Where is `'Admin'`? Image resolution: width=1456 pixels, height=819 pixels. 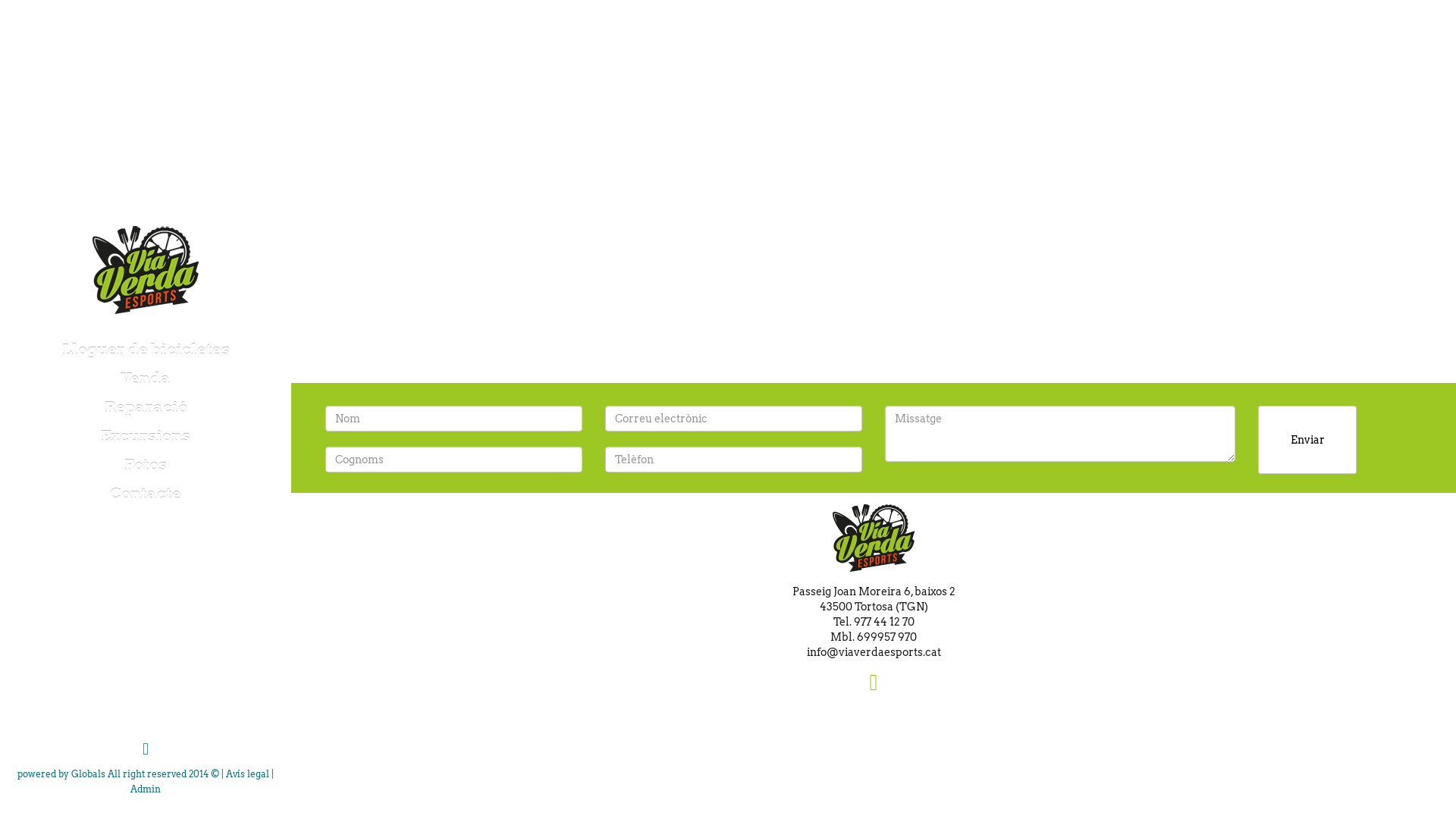
'Admin' is located at coordinates (130, 788).